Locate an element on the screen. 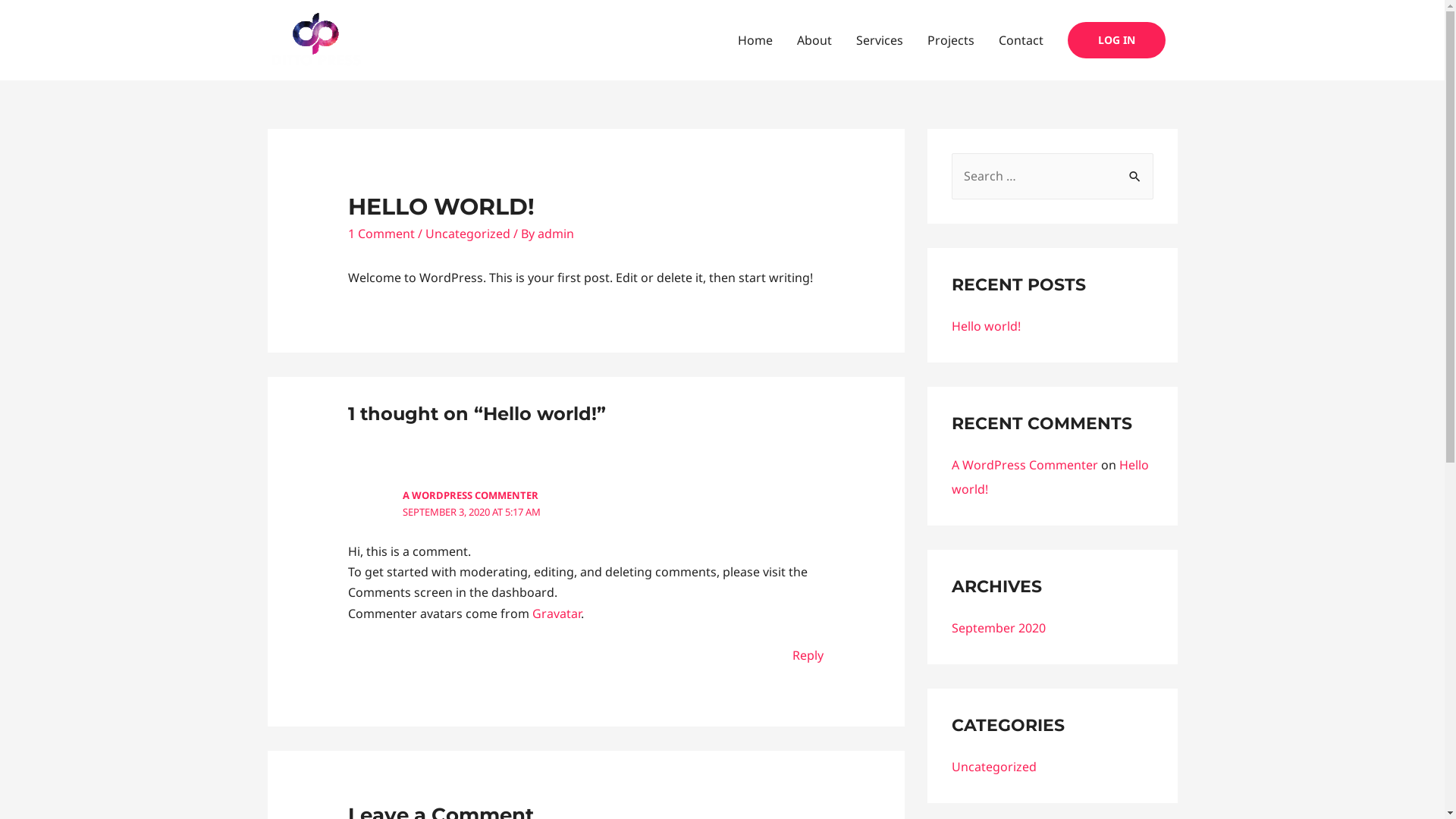  'Home' is located at coordinates (754, 39).